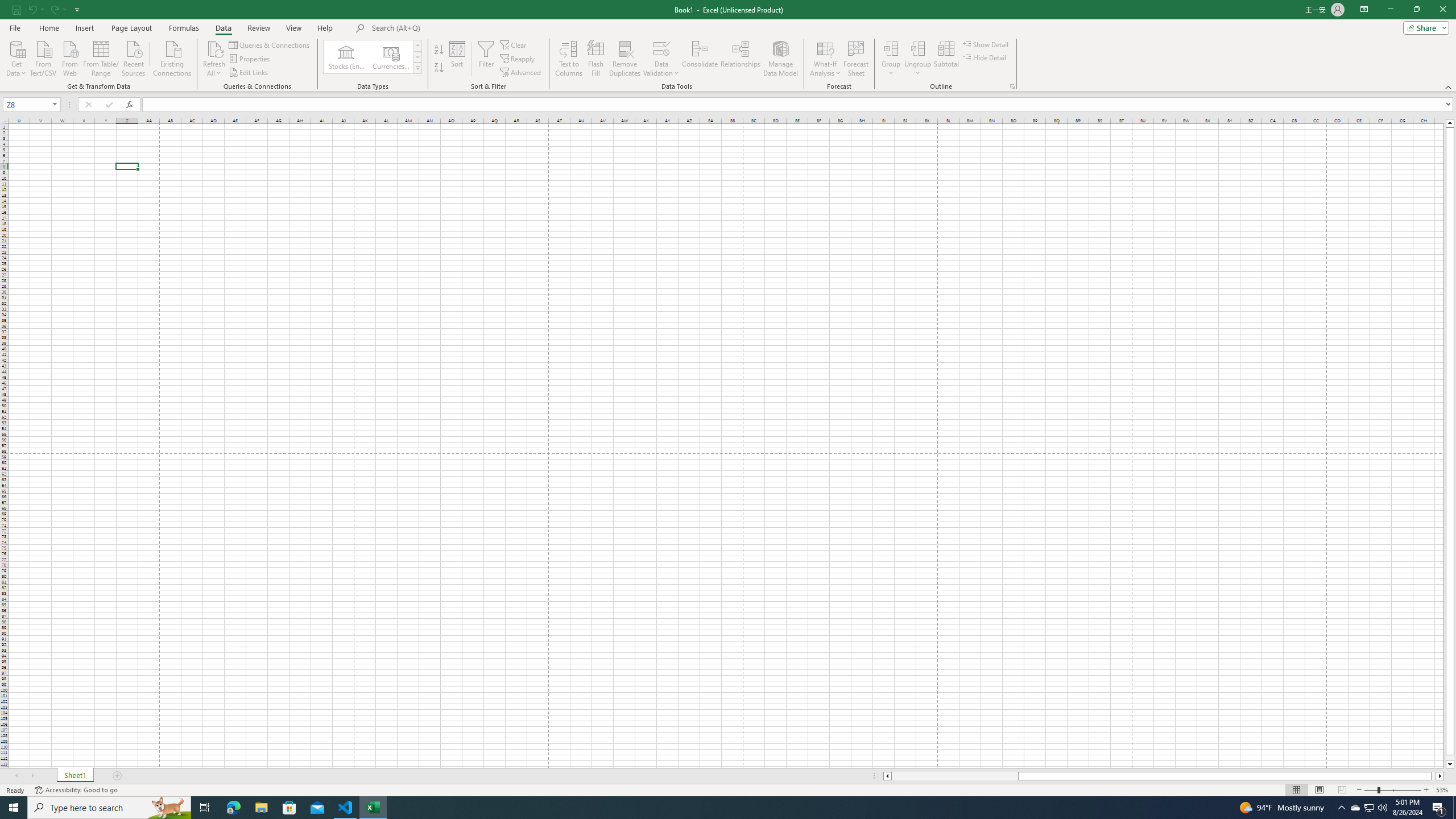  Describe the element at coordinates (1449, 758) in the screenshot. I see `'Page down'` at that location.